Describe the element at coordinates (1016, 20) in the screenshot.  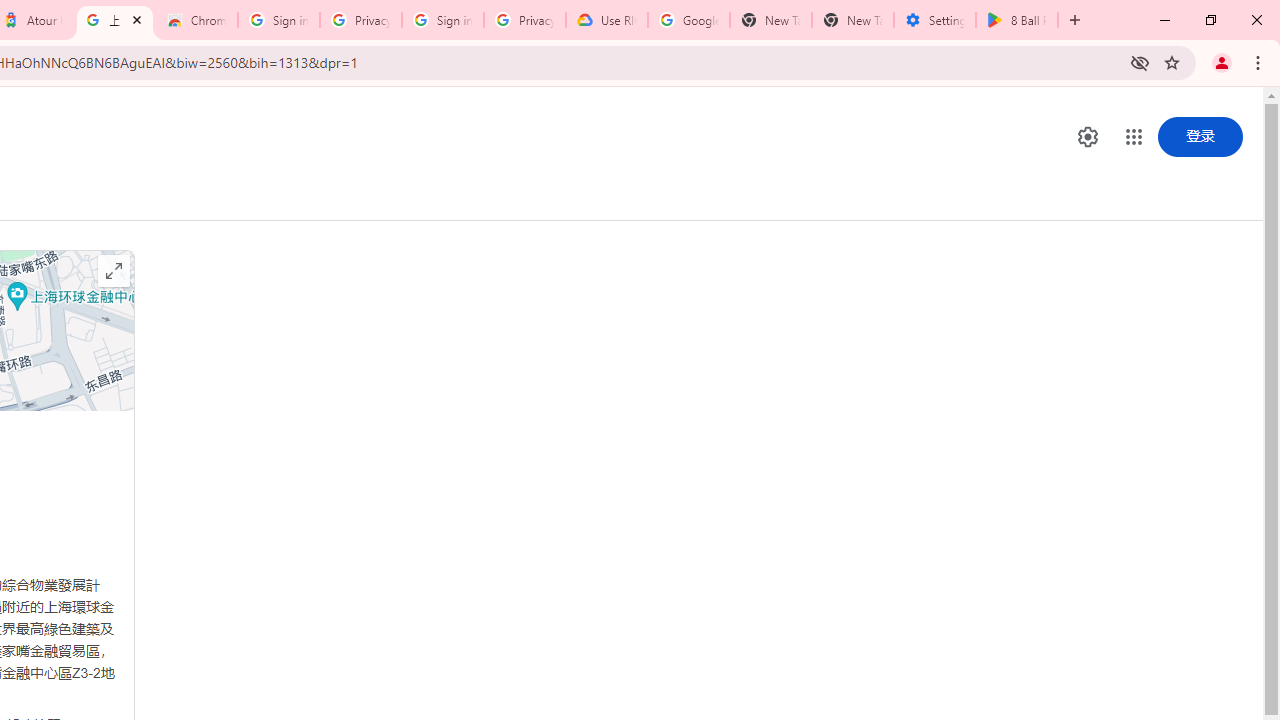
I see `'8 Ball Pool - Apps on Google Play'` at that location.